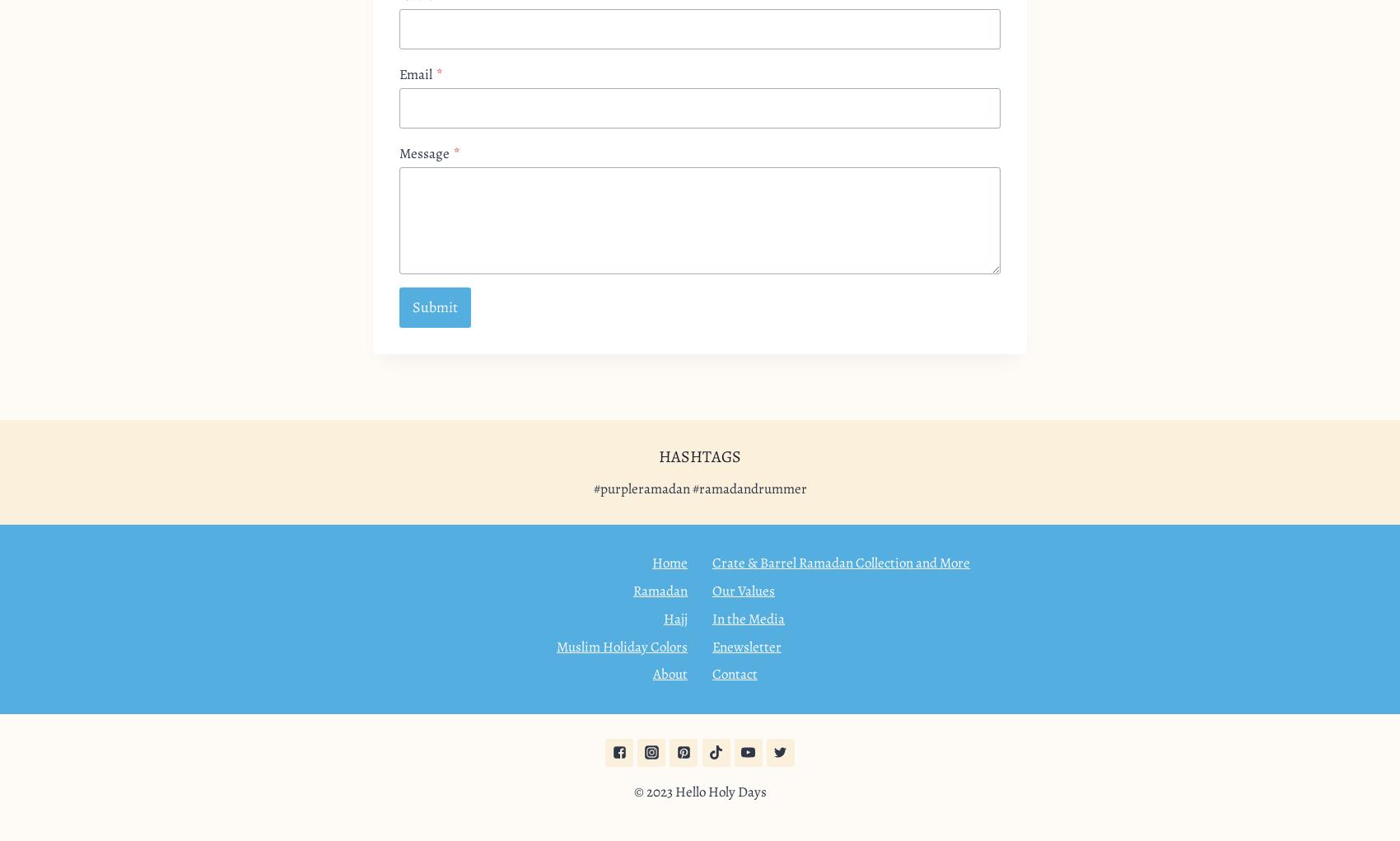 The width and height of the screenshot is (1400, 841). What do you see at coordinates (746, 646) in the screenshot?
I see `'Enewsletter'` at bounding box center [746, 646].